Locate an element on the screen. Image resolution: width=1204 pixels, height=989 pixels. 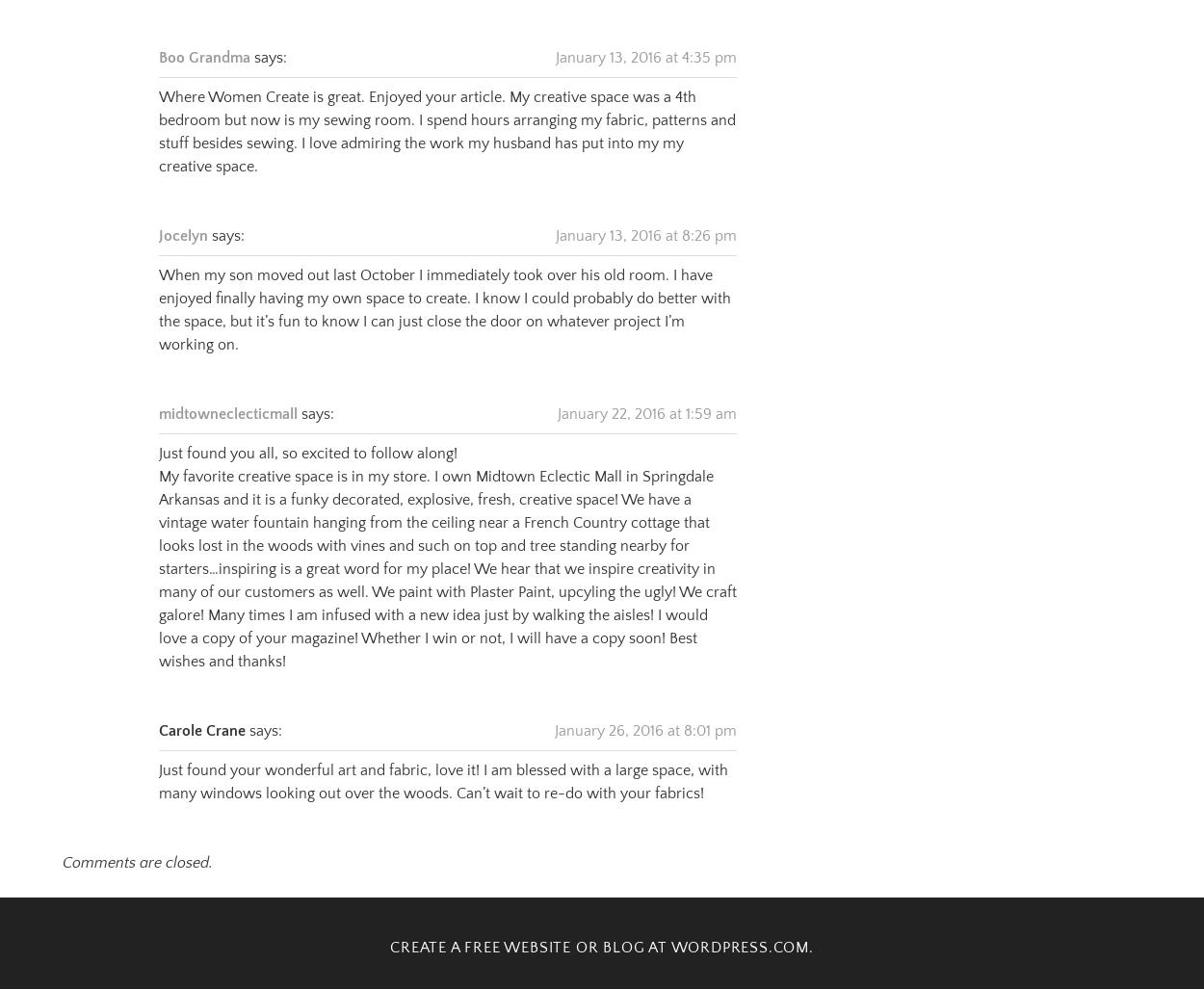
'midtowneclecticmall' is located at coordinates (159, 389).